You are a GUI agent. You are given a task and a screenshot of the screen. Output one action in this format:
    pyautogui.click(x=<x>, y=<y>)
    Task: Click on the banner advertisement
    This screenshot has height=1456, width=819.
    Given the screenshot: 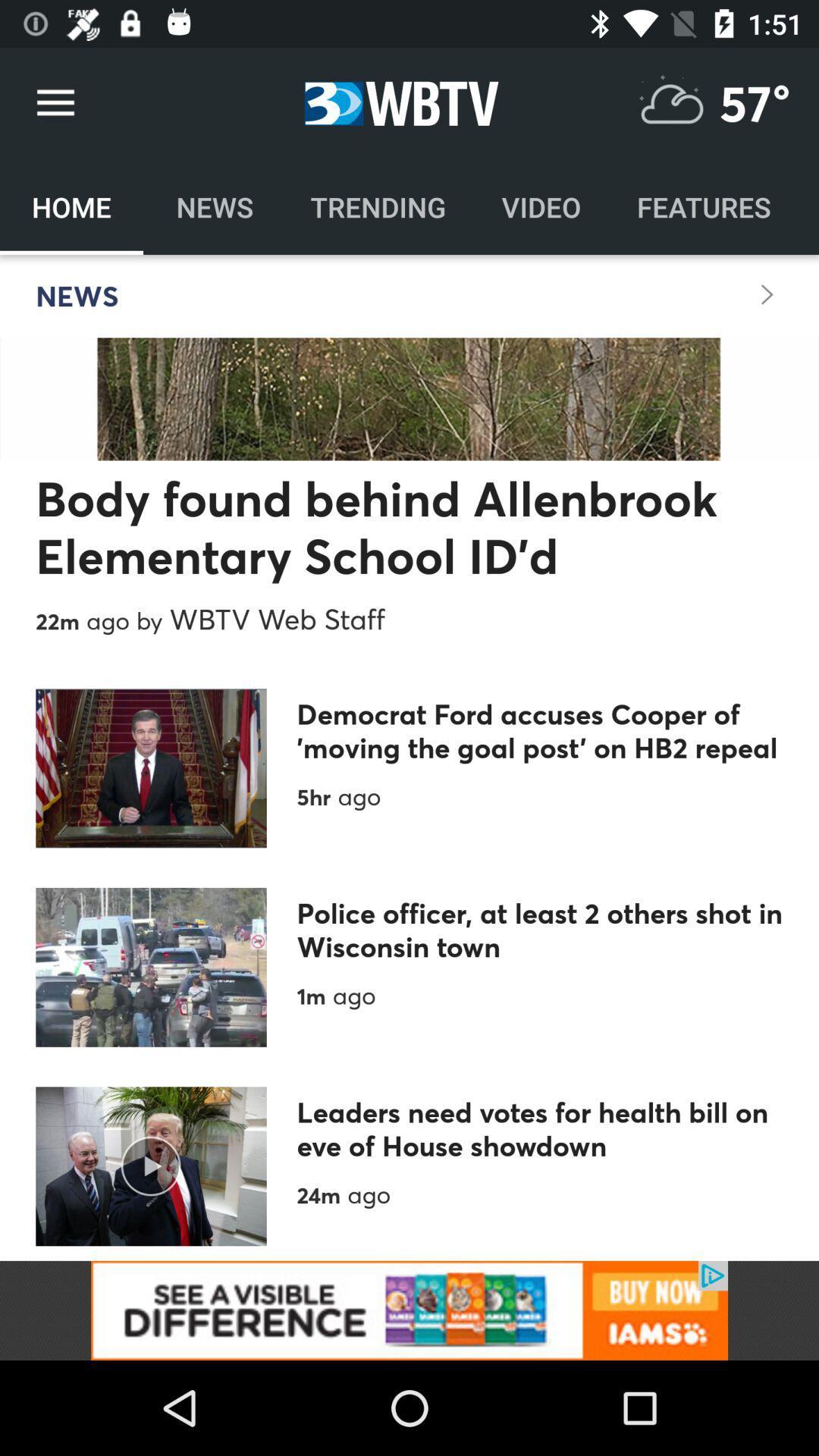 What is the action you would take?
    pyautogui.click(x=409, y=1310)
    